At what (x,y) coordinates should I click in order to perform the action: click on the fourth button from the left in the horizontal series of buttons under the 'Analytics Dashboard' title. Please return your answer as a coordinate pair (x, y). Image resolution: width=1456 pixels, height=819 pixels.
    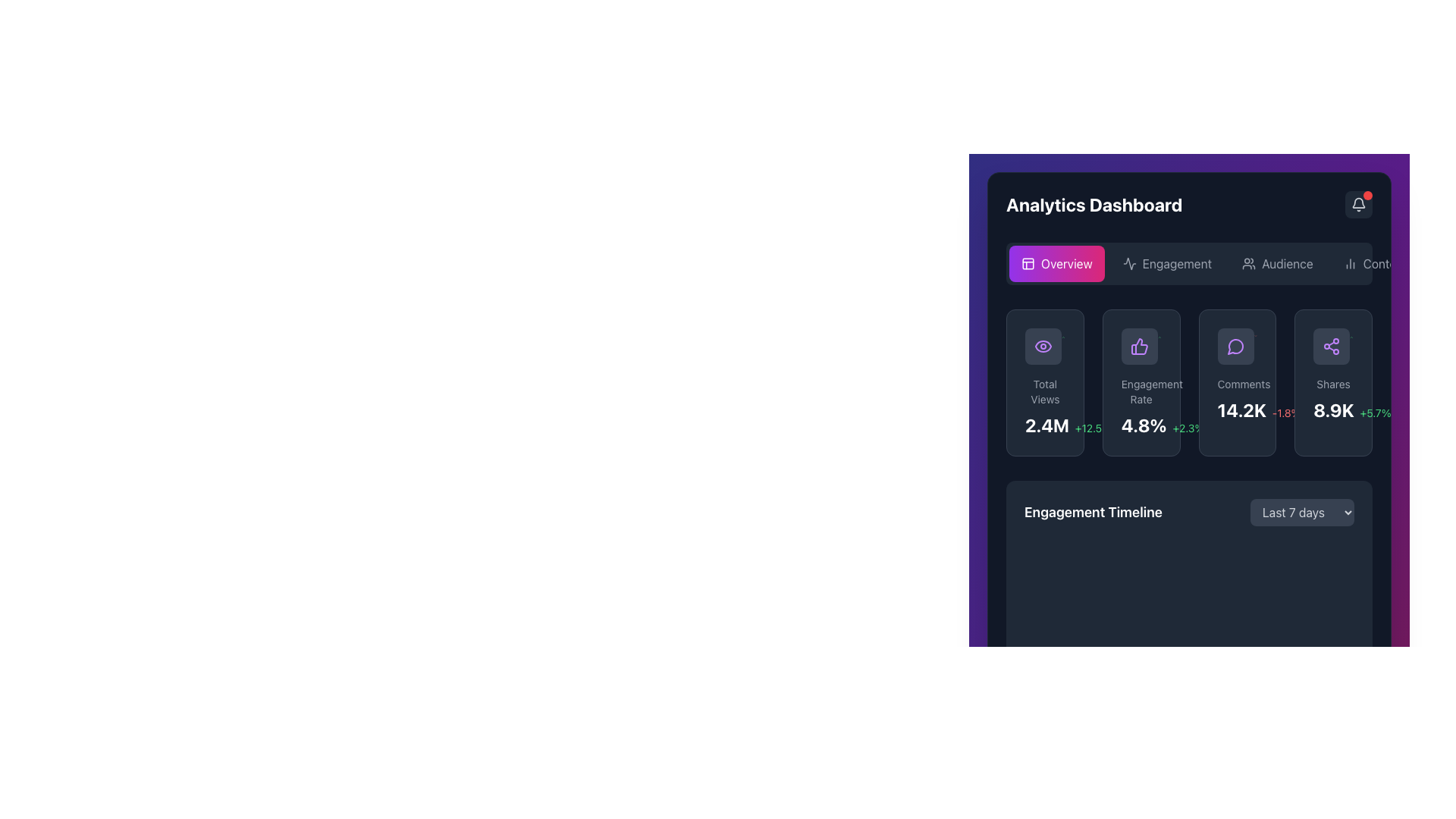
    Looking at the image, I should click on (1331, 346).